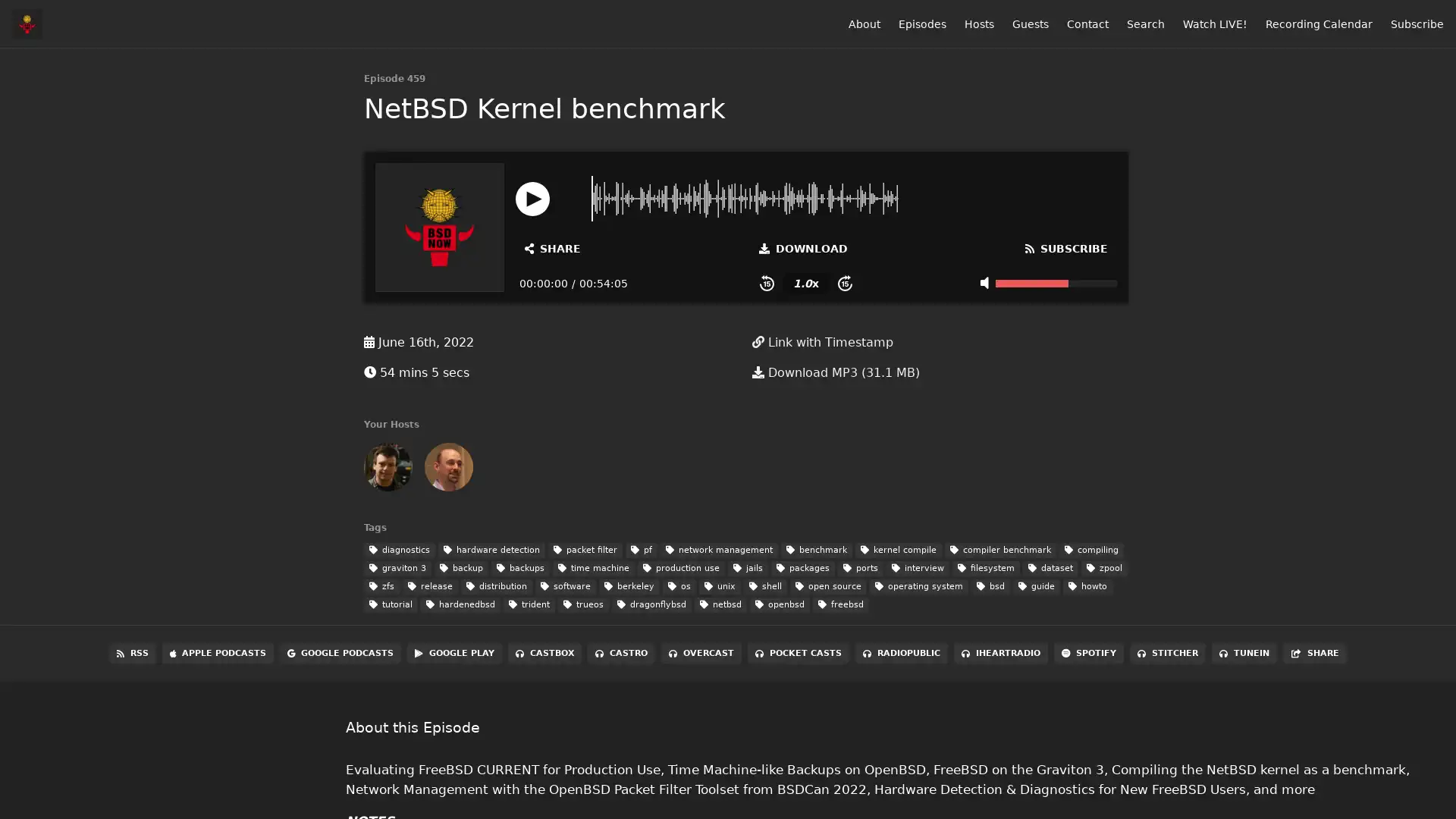  Describe the element at coordinates (844, 283) in the screenshot. I see `Skip Forward 15 Seconds` at that location.